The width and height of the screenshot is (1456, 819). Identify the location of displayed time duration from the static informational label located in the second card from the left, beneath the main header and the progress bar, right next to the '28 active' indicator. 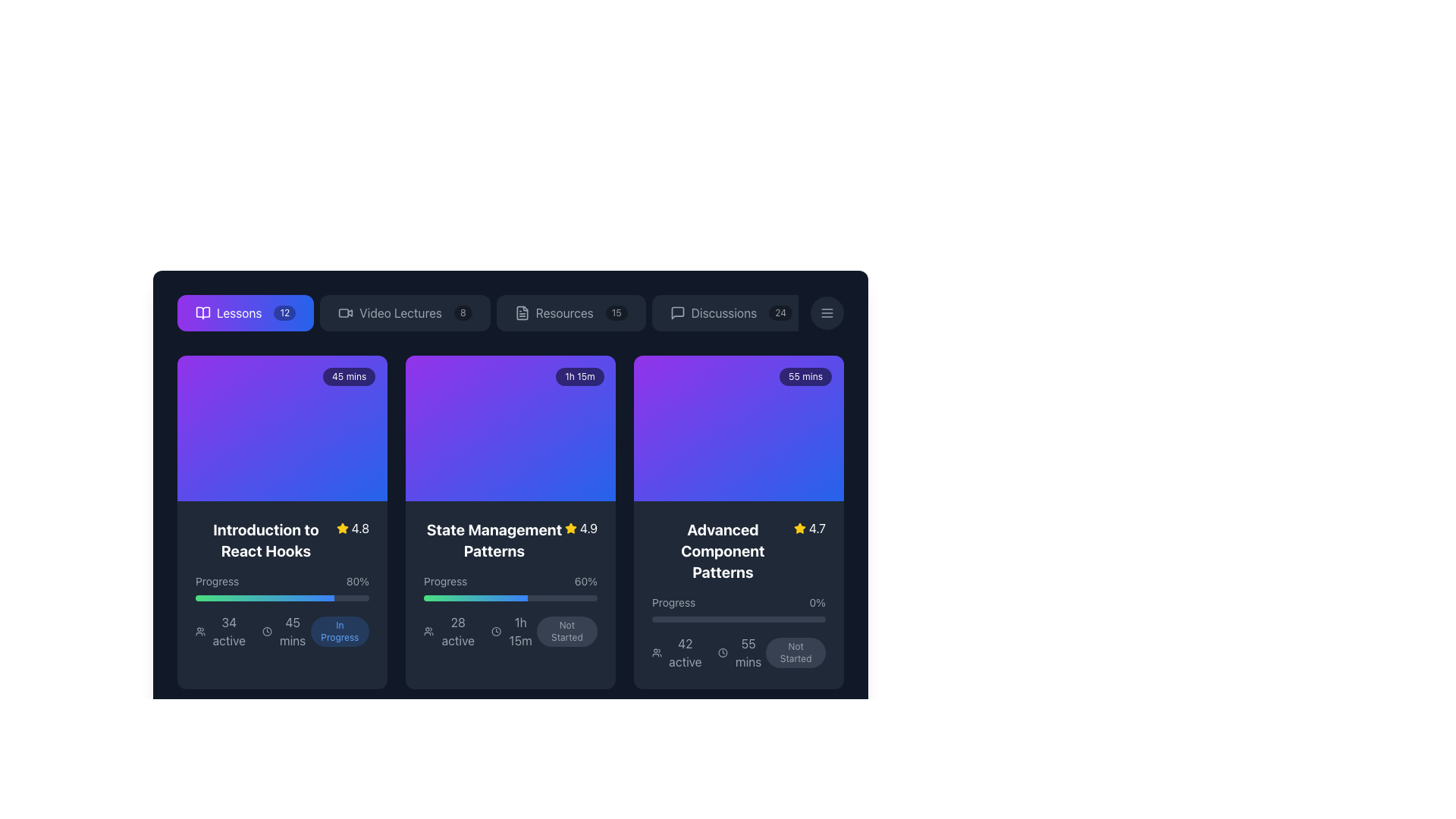
(513, 632).